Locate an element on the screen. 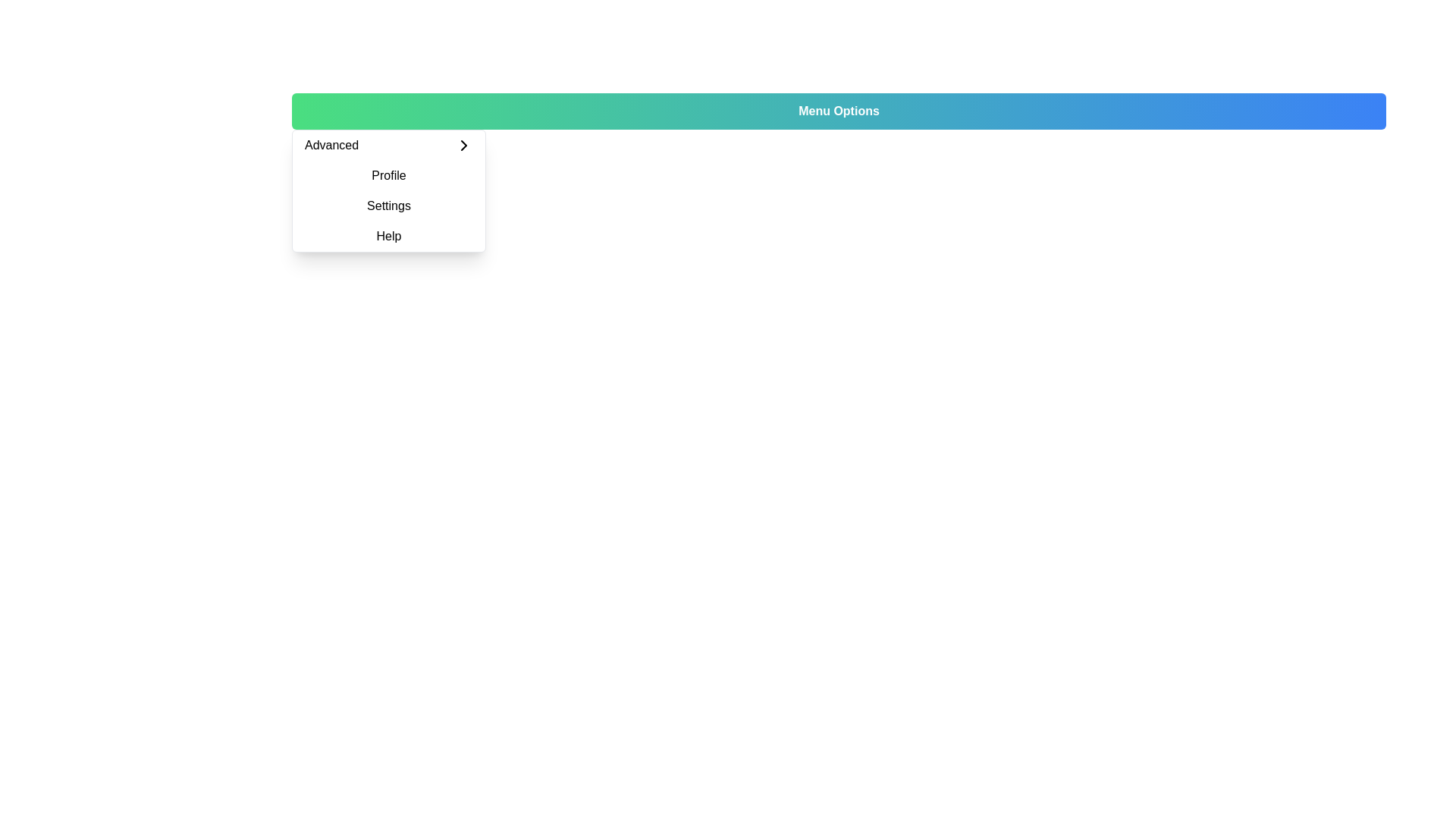  the Navigation Bar / Header, which serves as the menu header indicating available options such as 'Advanced', 'Profile', 'Settings', and 'Help' is located at coordinates (838, 110).